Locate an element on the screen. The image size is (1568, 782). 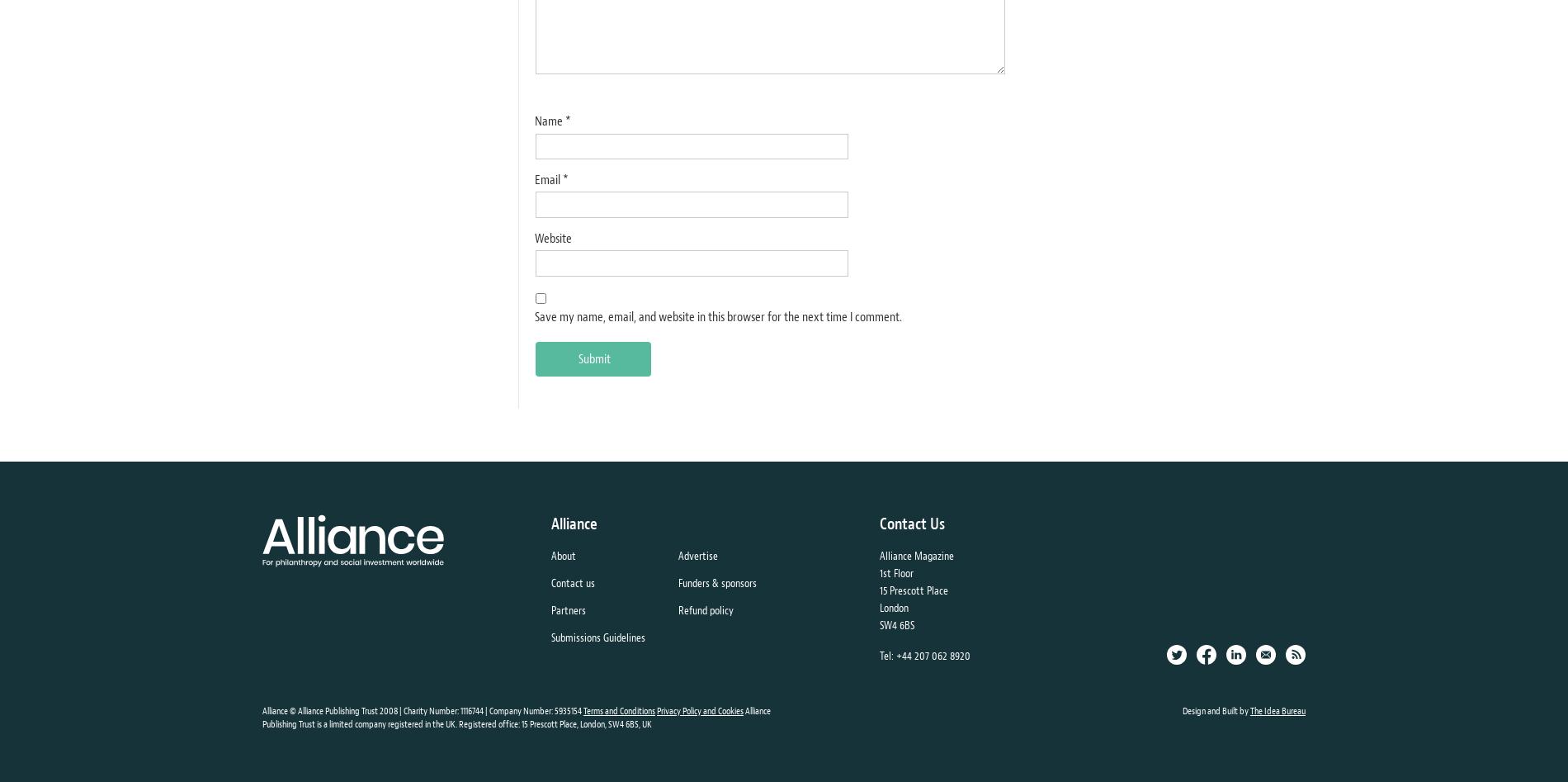
'SW4 6BS' is located at coordinates (896, 623).